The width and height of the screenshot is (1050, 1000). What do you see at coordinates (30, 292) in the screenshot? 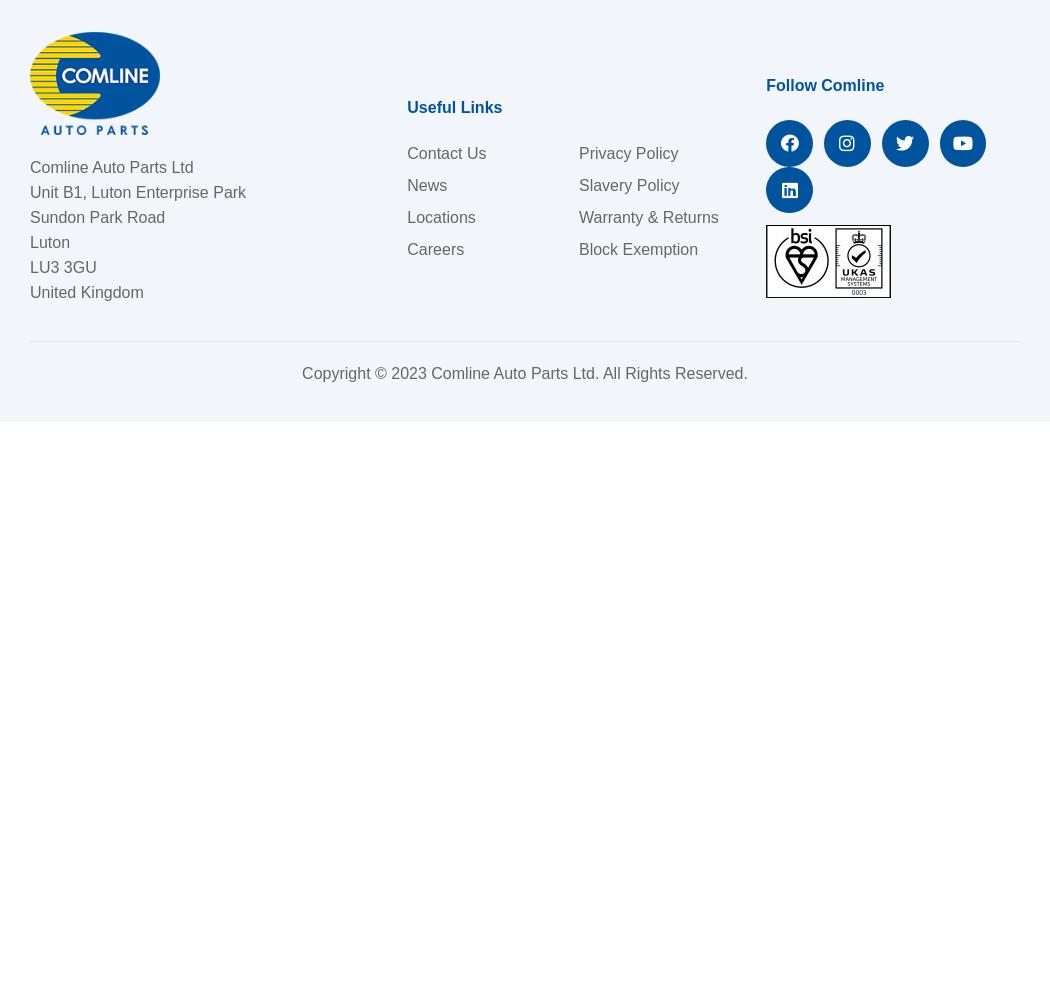
I see `'United Kingdom'` at bounding box center [30, 292].